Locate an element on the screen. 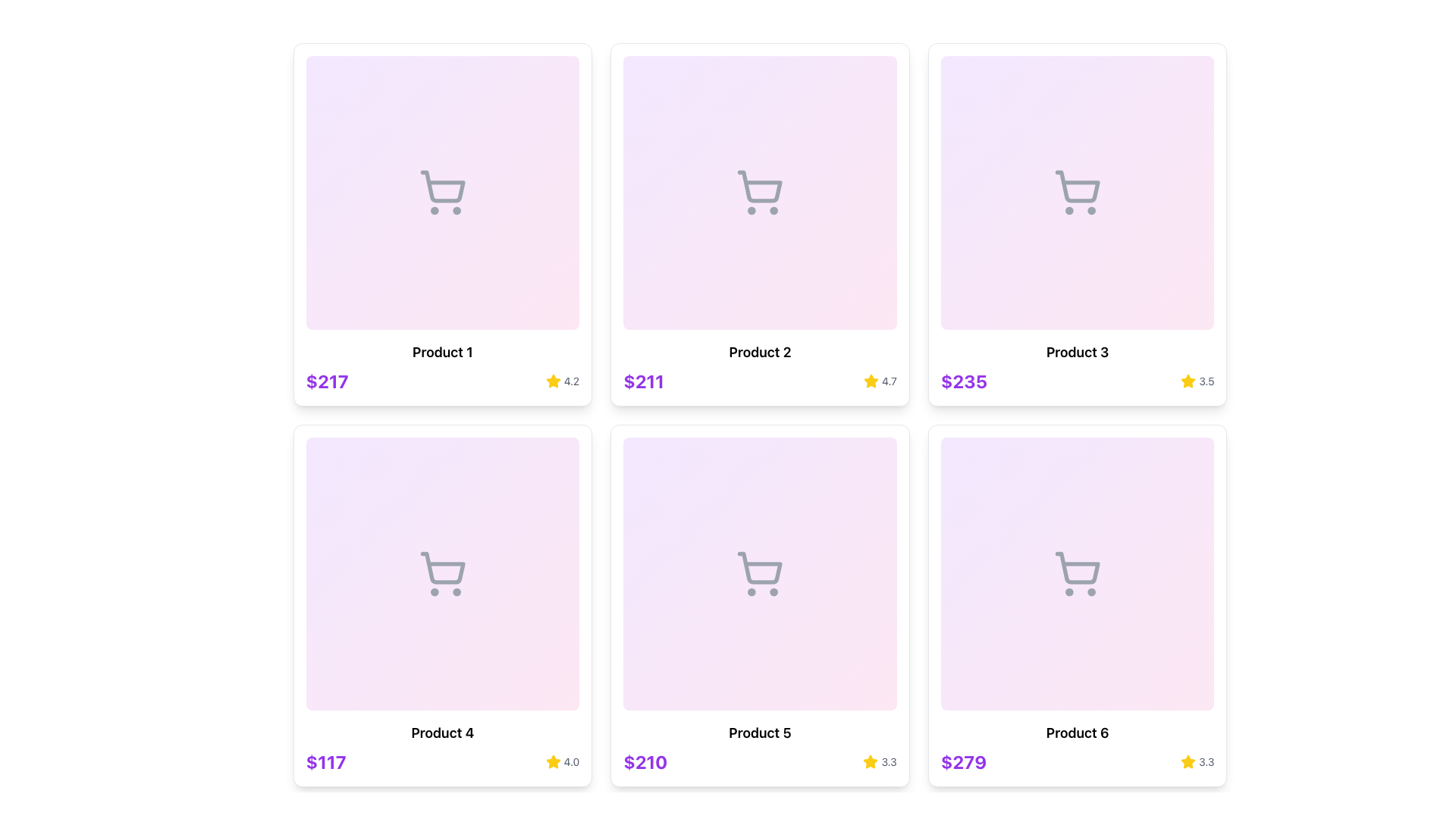  the Product Card located in the second row and second column of the product grid, which displays the product's name, price, and rating is located at coordinates (760, 604).